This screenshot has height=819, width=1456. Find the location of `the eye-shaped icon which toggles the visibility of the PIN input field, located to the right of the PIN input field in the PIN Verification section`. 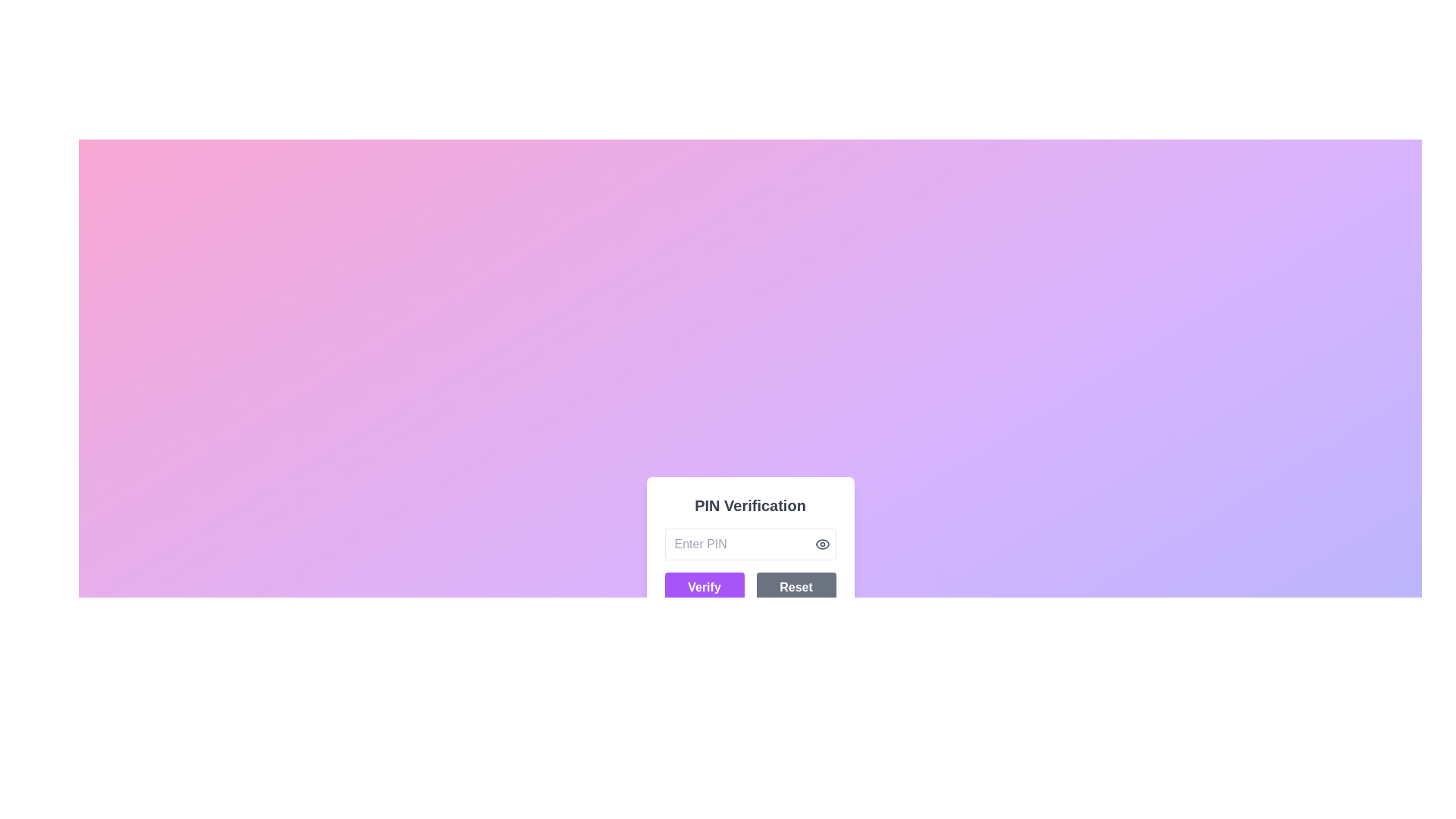

the eye-shaped icon which toggles the visibility of the PIN input field, located to the right of the PIN input field in the PIN Verification section is located at coordinates (821, 543).